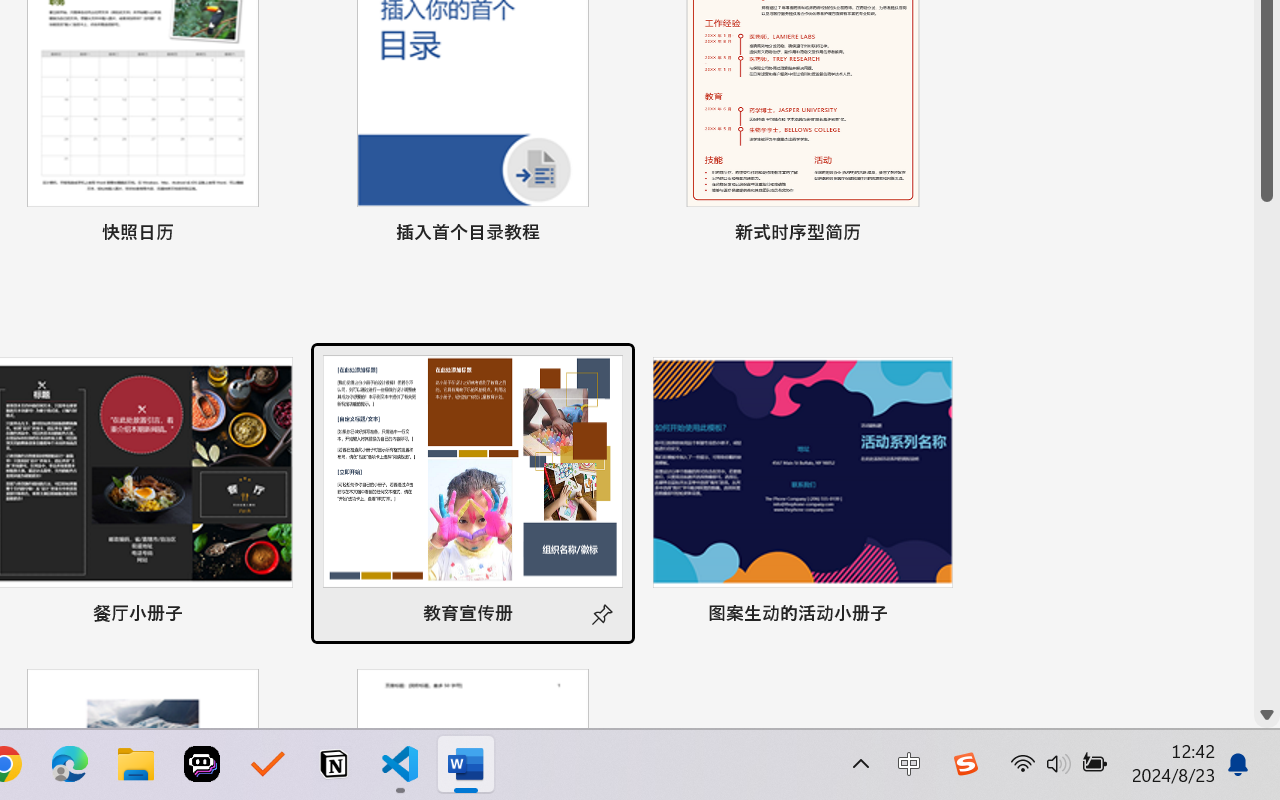 Image resolution: width=1280 pixels, height=800 pixels. Describe the element at coordinates (1266, 714) in the screenshot. I see `'Line down'` at that location.